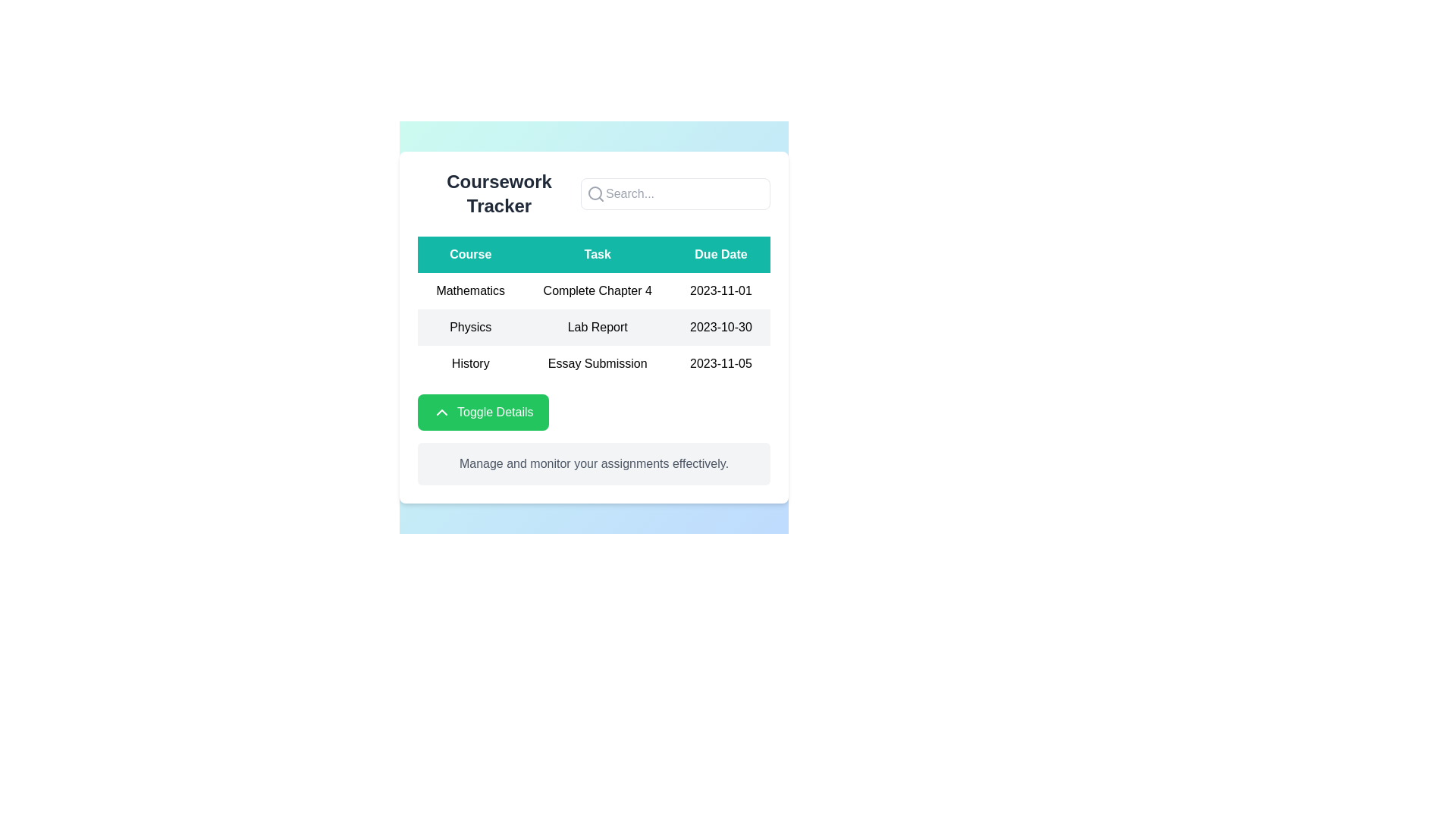  What do you see at coordinates (720, 327) in the screenshot?
I see `the static text displaying the due date for the 'Lab Report' task, located in the third column of the second row of the table layout` at bounding box center [720, 327].